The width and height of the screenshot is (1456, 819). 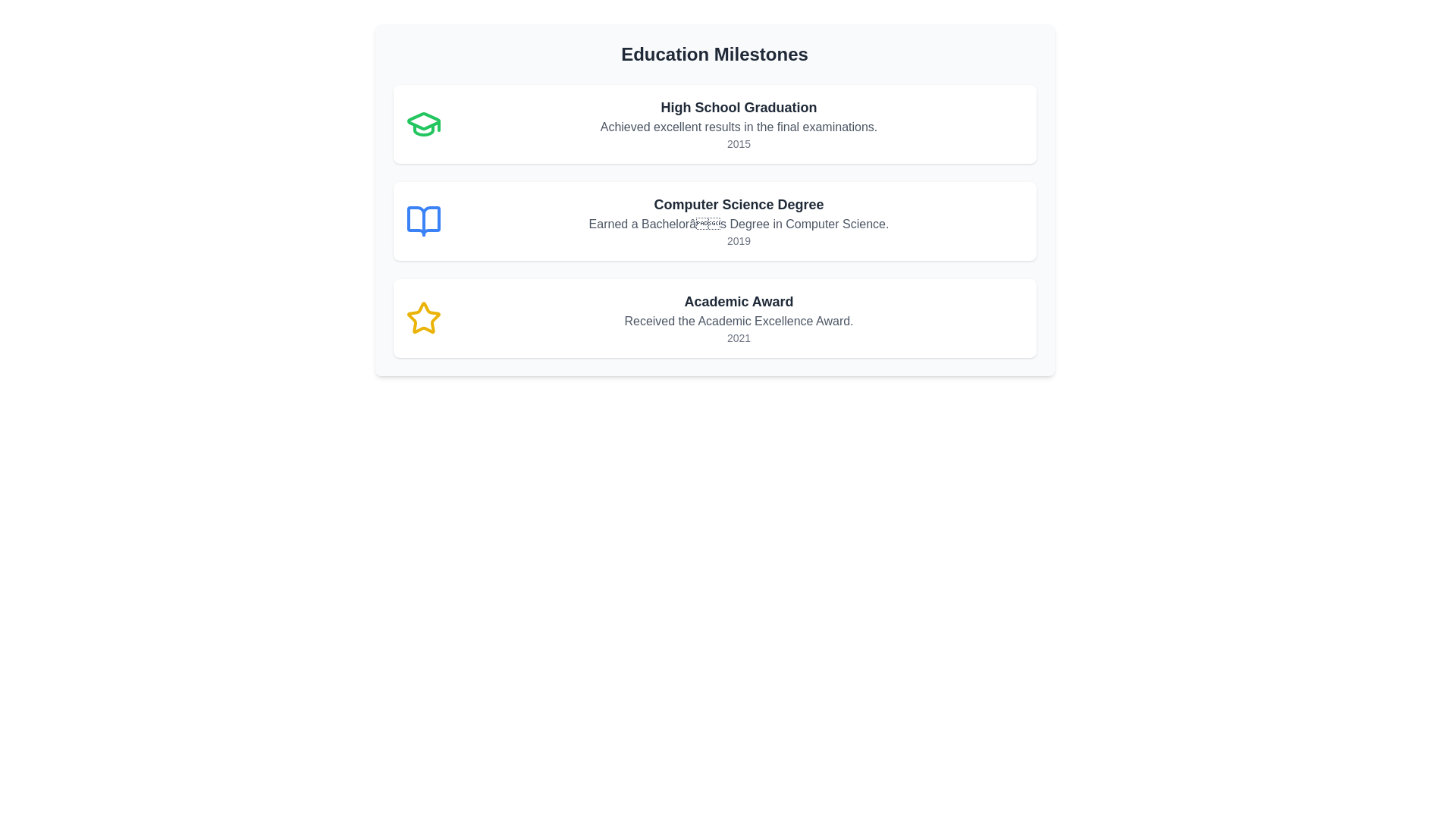 I want to click on the bold text label reading 'High School Graduation' located at the top of the educational milestones list, so click(x=739, y=107).